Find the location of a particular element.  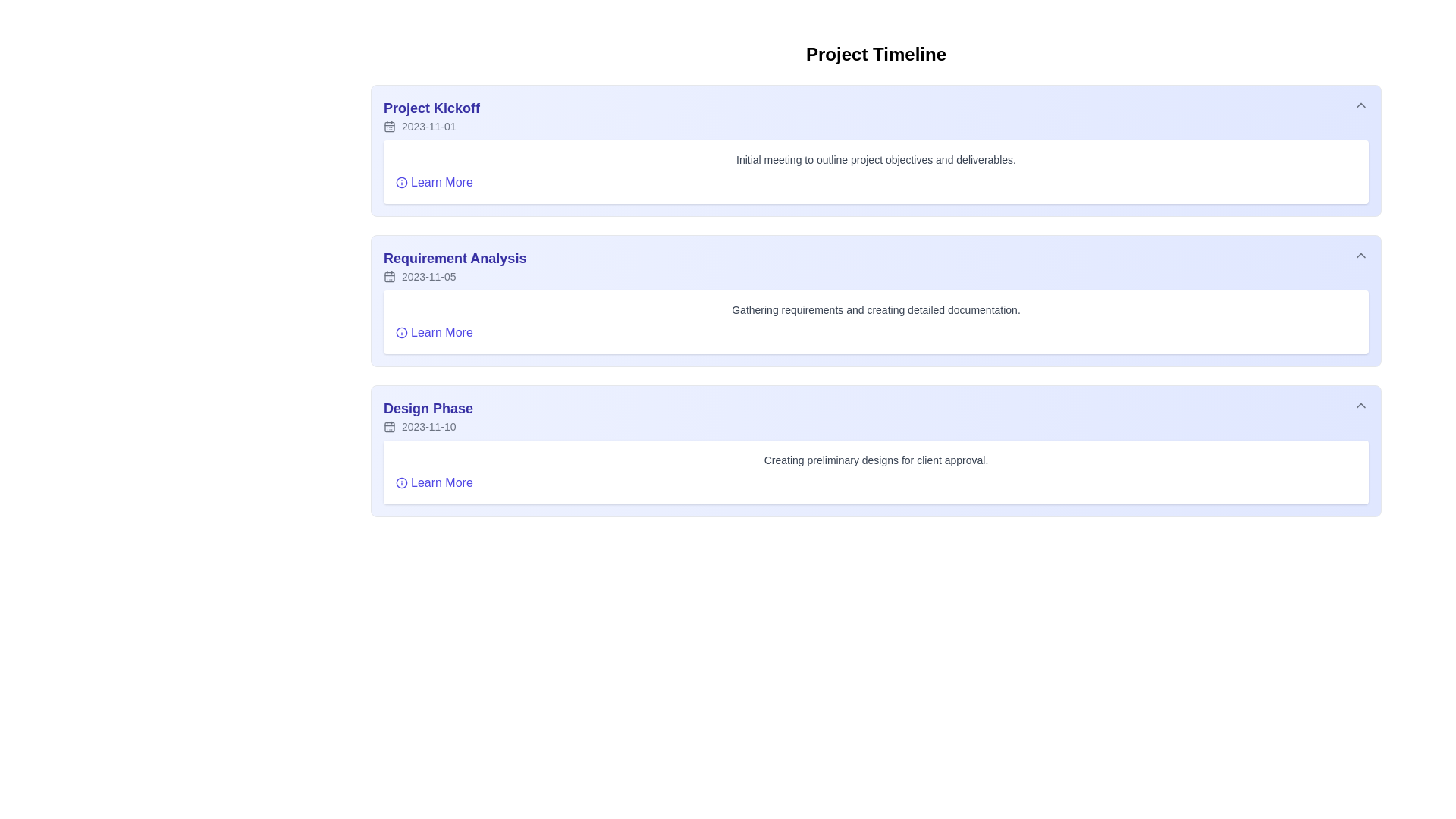

the static text label that reads 'Initial meeting to outline project objectives and deliverables' in a small gray font, located centrally within the first card of the 'Project Kickoff' timeline section is located at coordinates (876, 160).